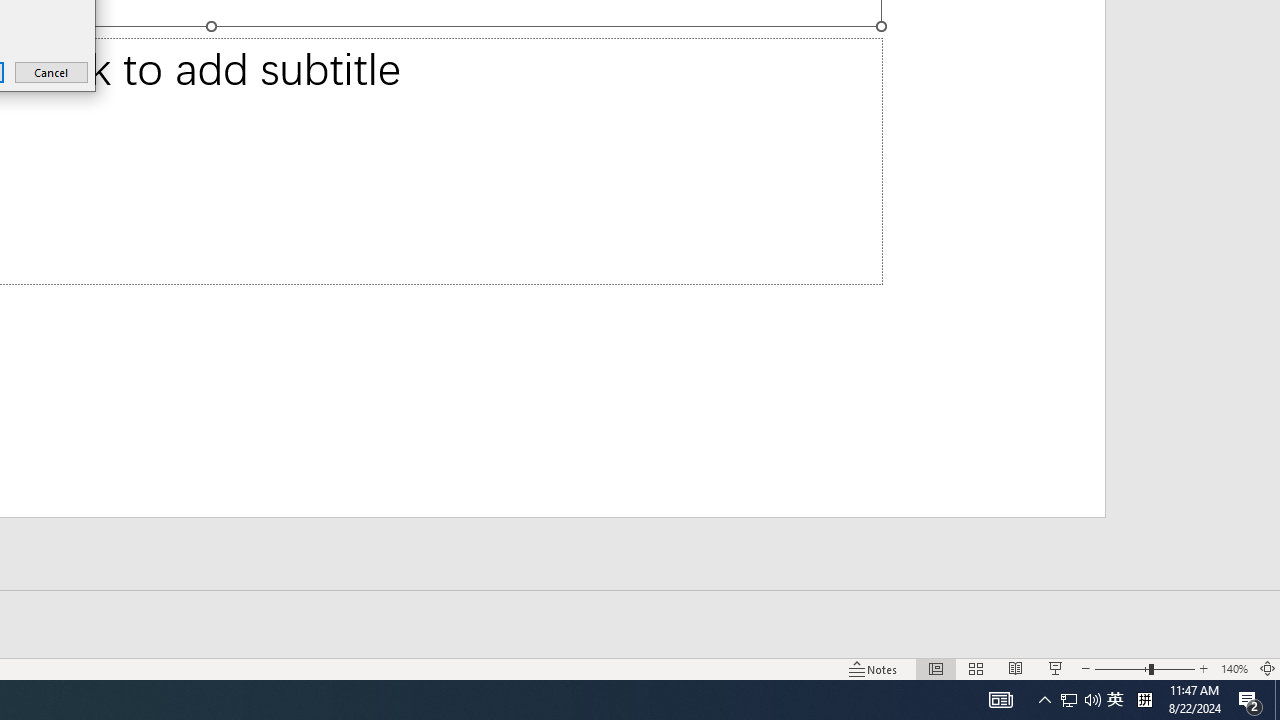 This screenshot has width=1280, height=720. I want to click on 'Zoom 140%', so click(1233, 669).